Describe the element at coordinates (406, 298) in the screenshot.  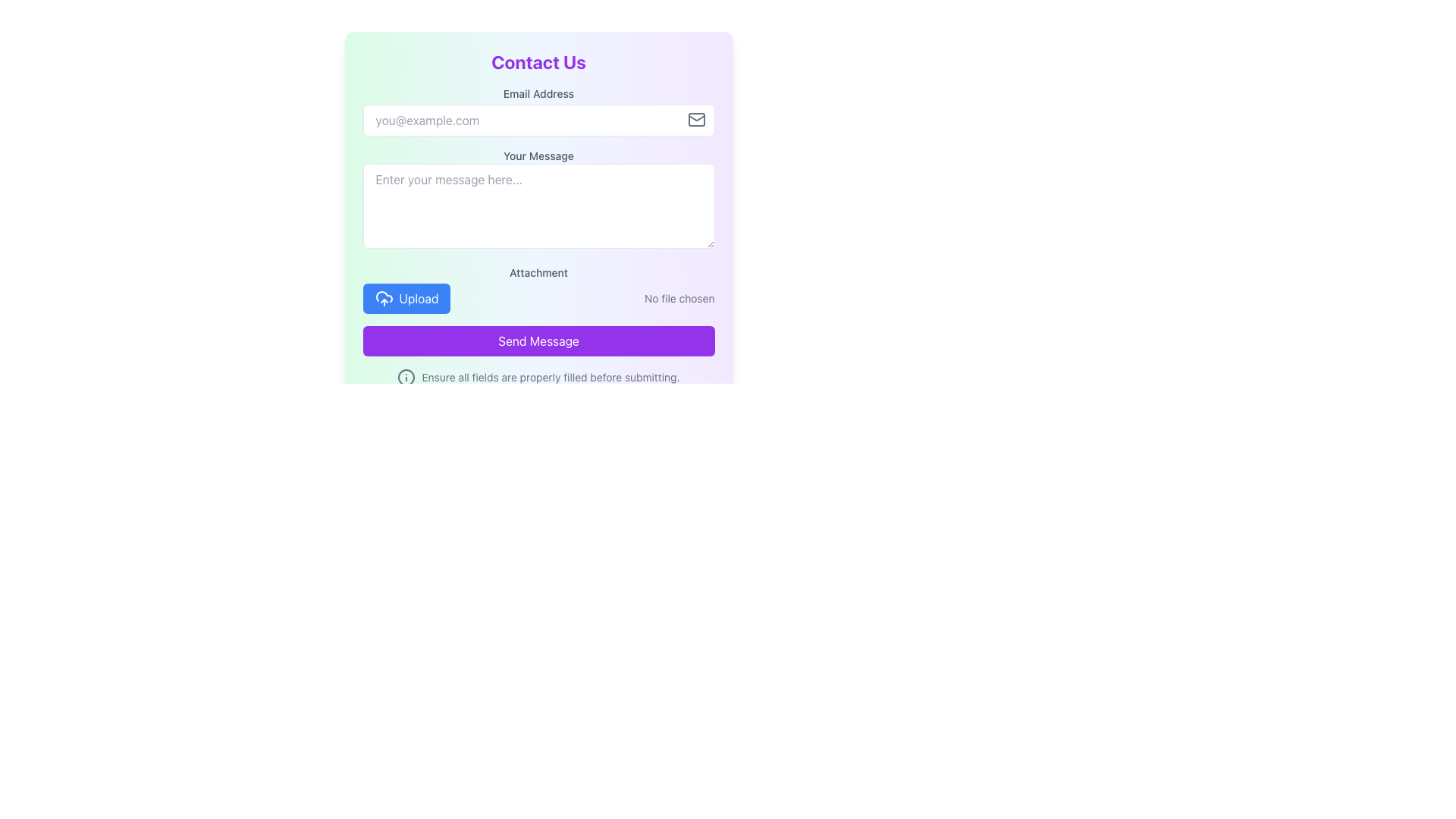
I see `the blue 'Upload' button with a white icon and text, located below the 'Your Message' text area` at that location.